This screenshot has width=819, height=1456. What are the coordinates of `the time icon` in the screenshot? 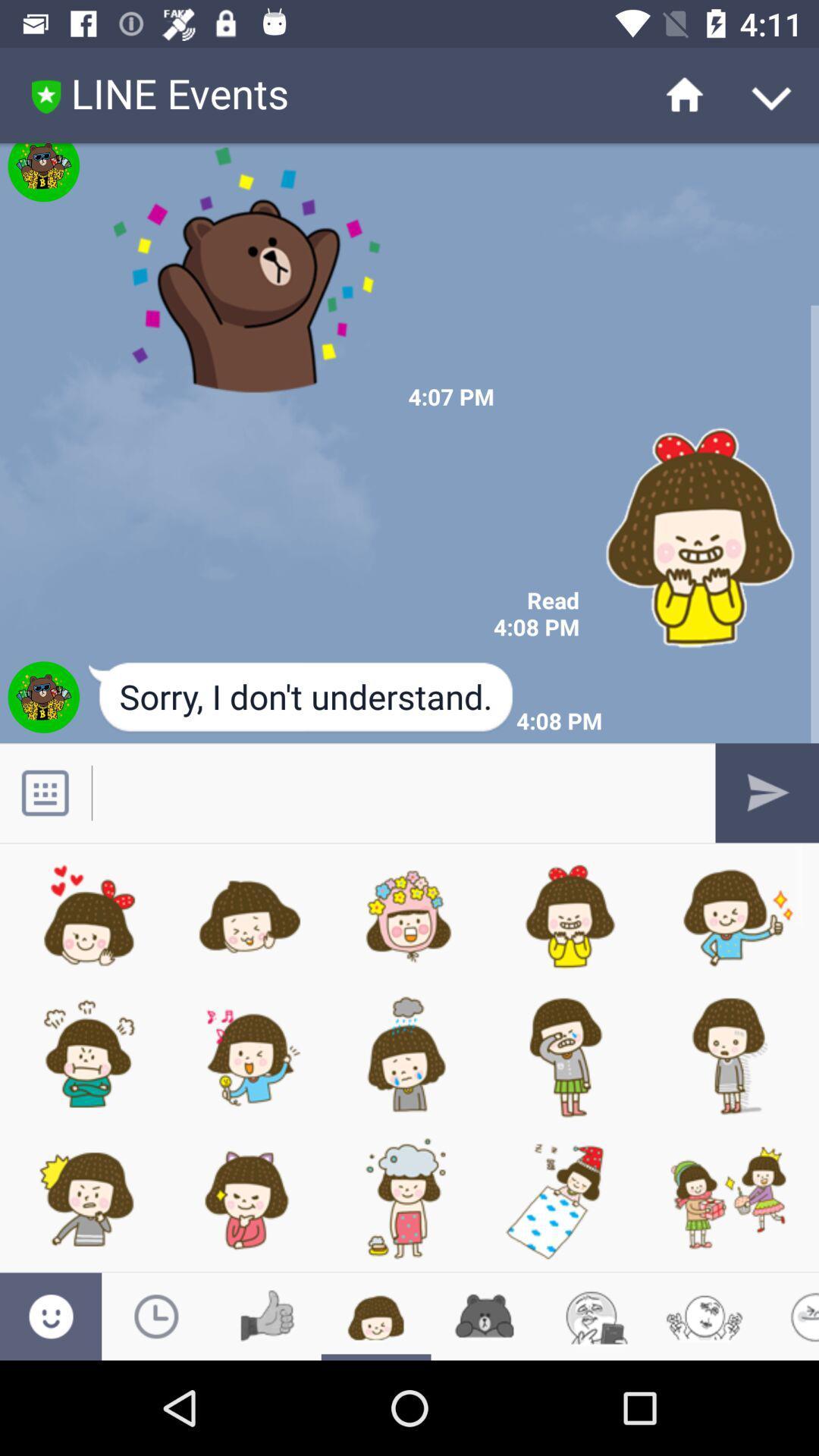 It's located at (156, 1316).